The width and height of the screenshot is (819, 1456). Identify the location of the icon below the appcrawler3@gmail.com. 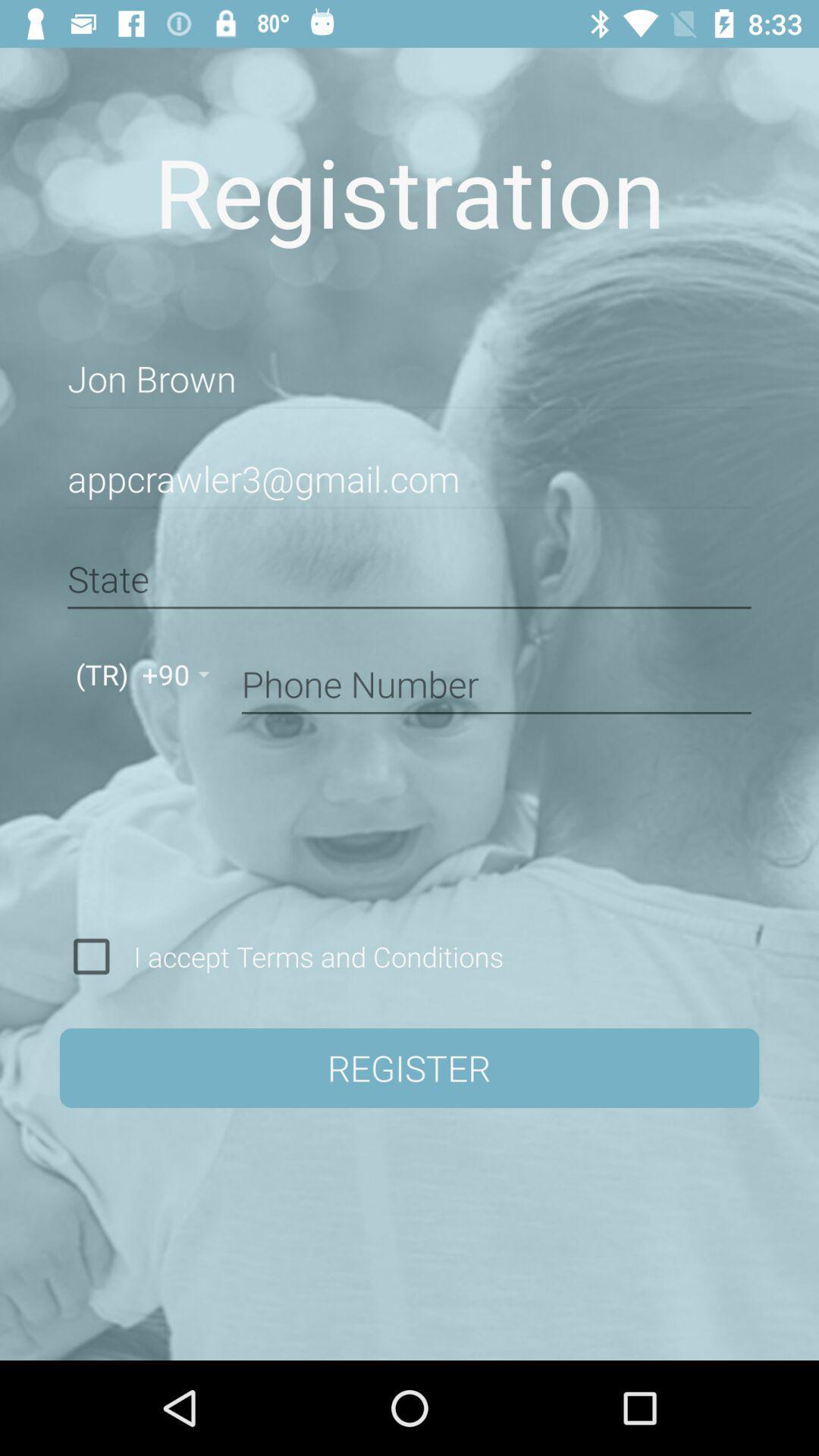
(409, 579).